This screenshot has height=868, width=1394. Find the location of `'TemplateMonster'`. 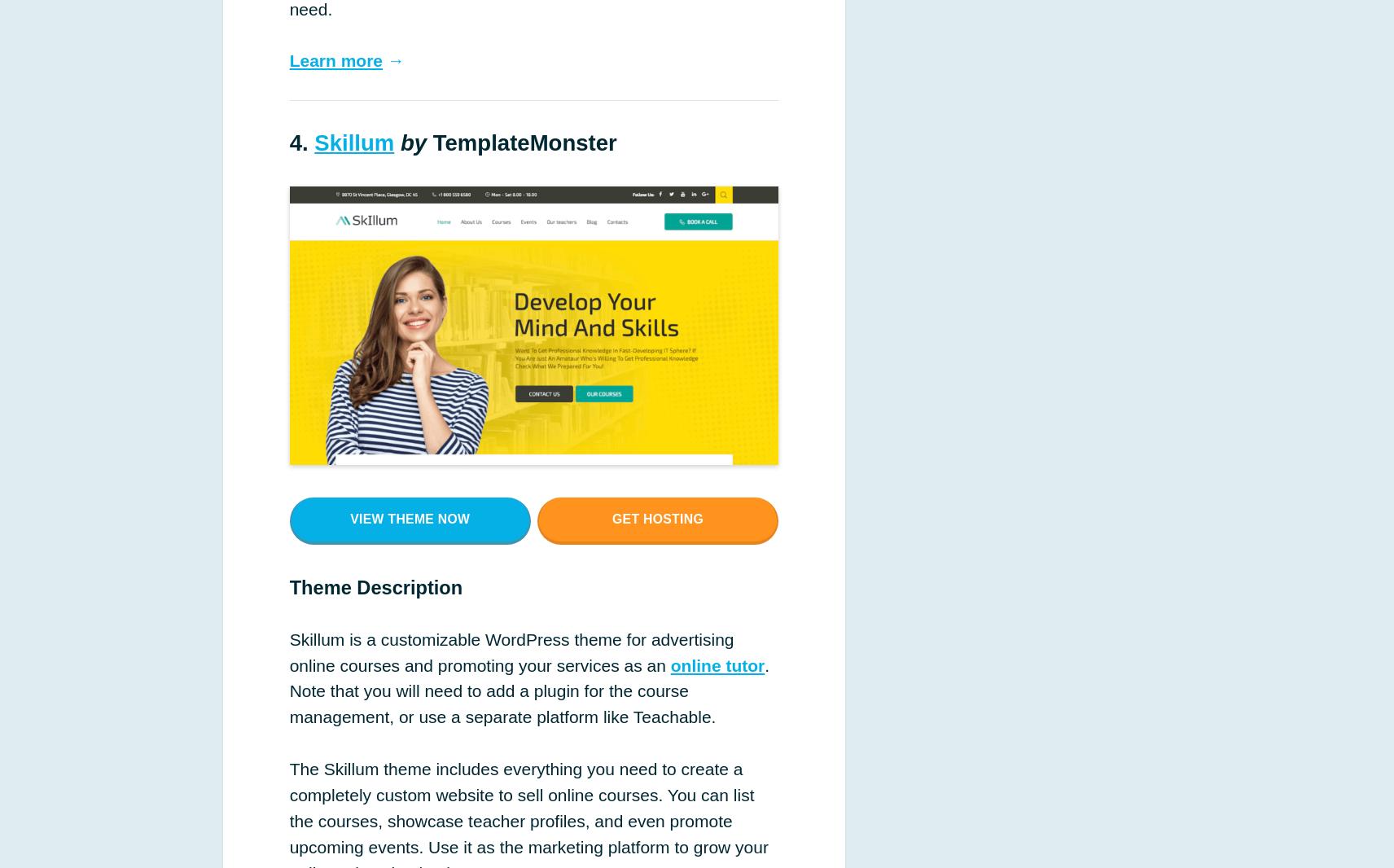

'TemplateMonster' is located at coordinates (520, 142).